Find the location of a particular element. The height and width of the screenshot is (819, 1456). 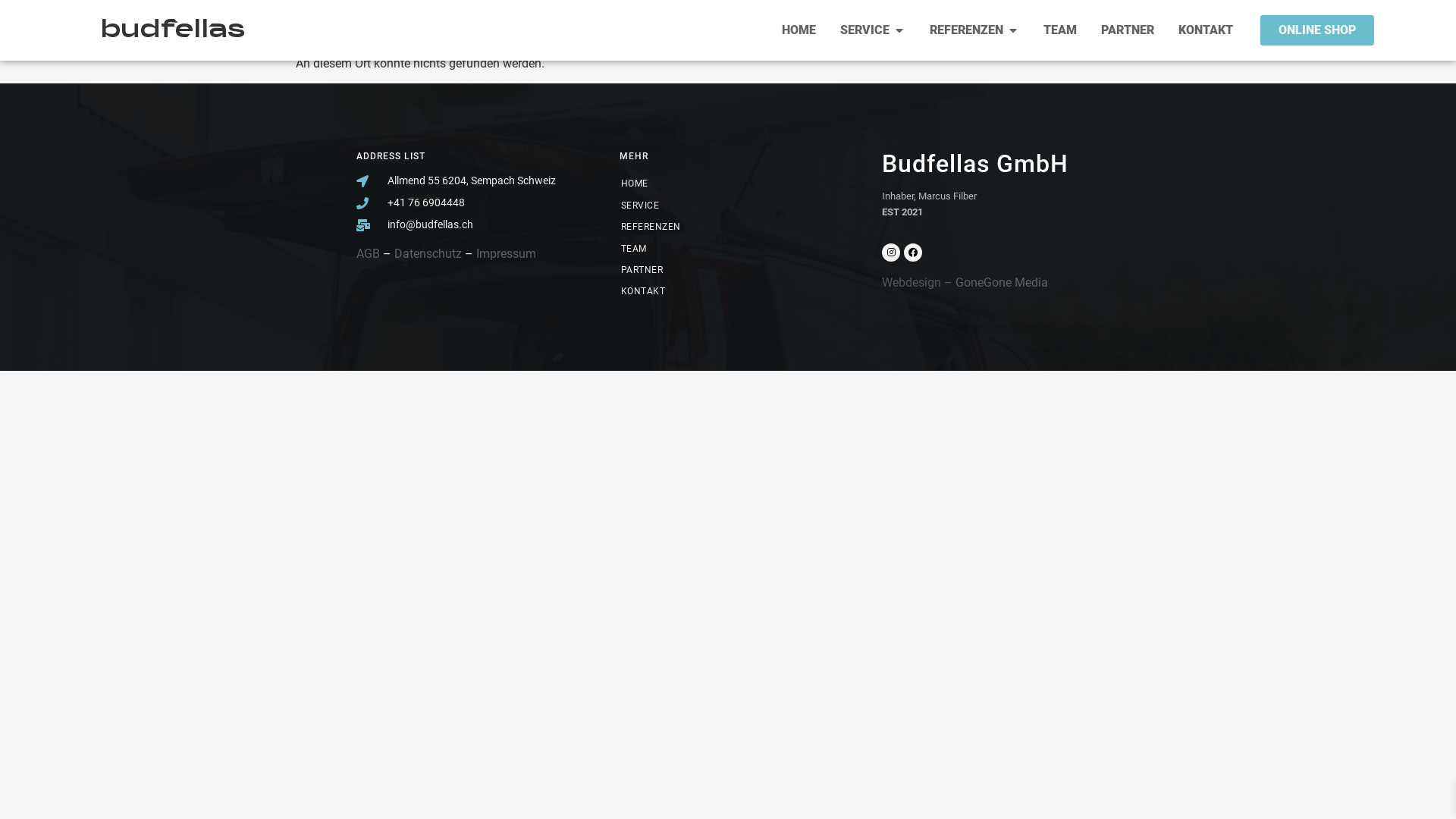

'Datenschutz' is located at coordinates (427, 253).